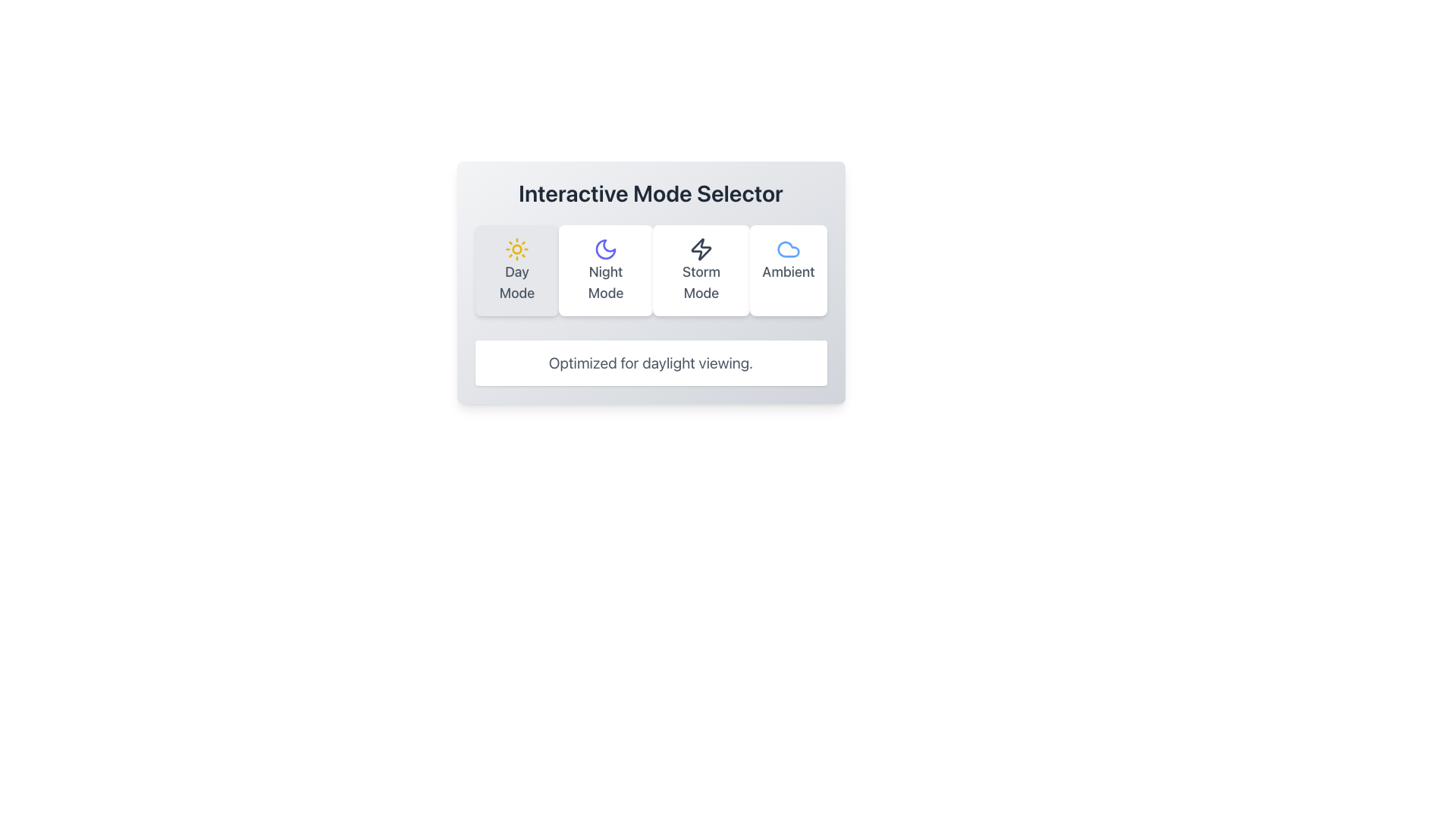 The height and width of the screenshot is (819, 1456). Describe the element at coordinates (787, 270) in the screenshot. I see `the 'Ambient' button, which is a square button with a white background and a blue cloud icon, located at the far right of a horizontal group of four buttons` at that location.